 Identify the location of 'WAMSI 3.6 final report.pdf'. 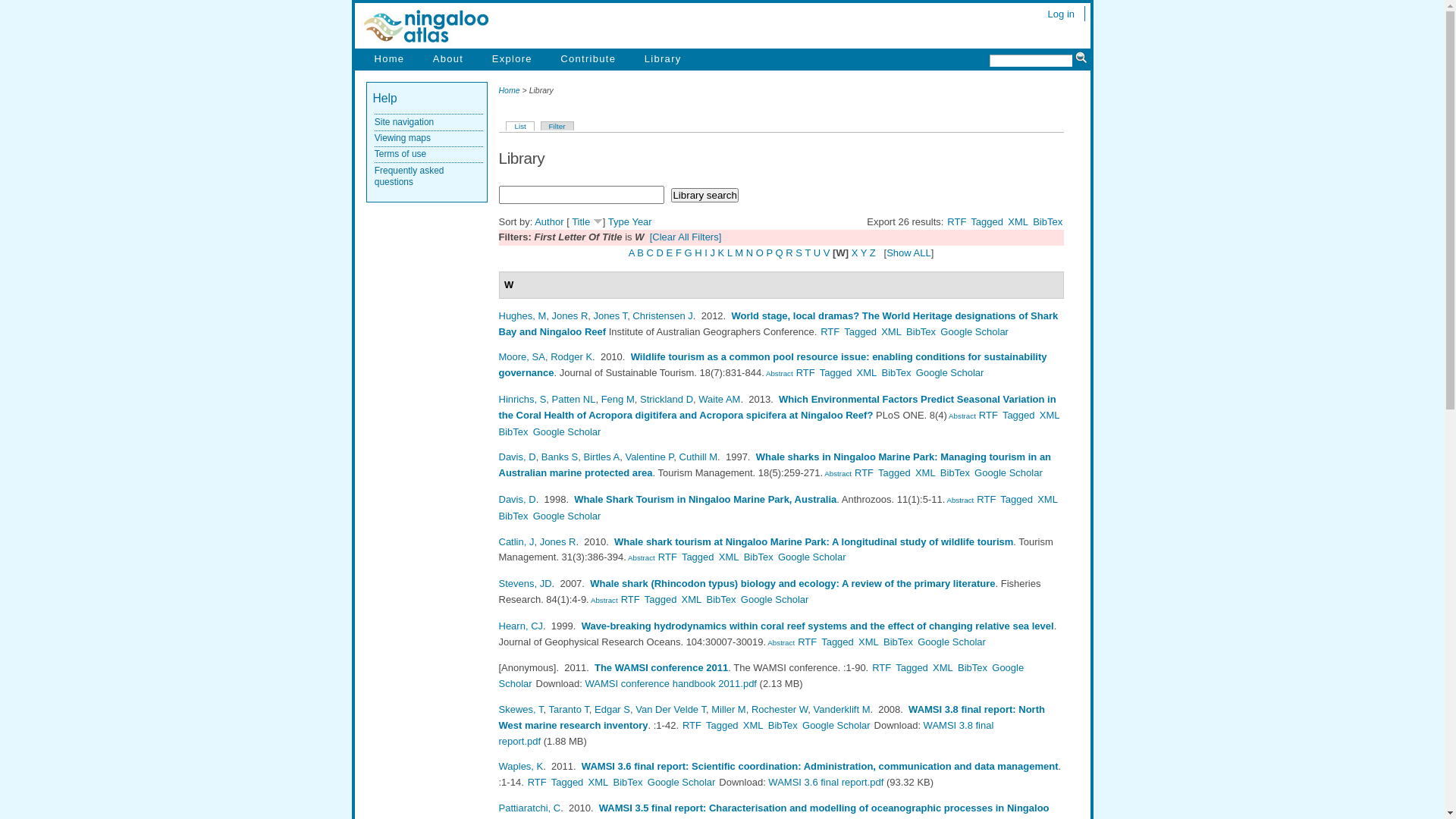
(825, 782).